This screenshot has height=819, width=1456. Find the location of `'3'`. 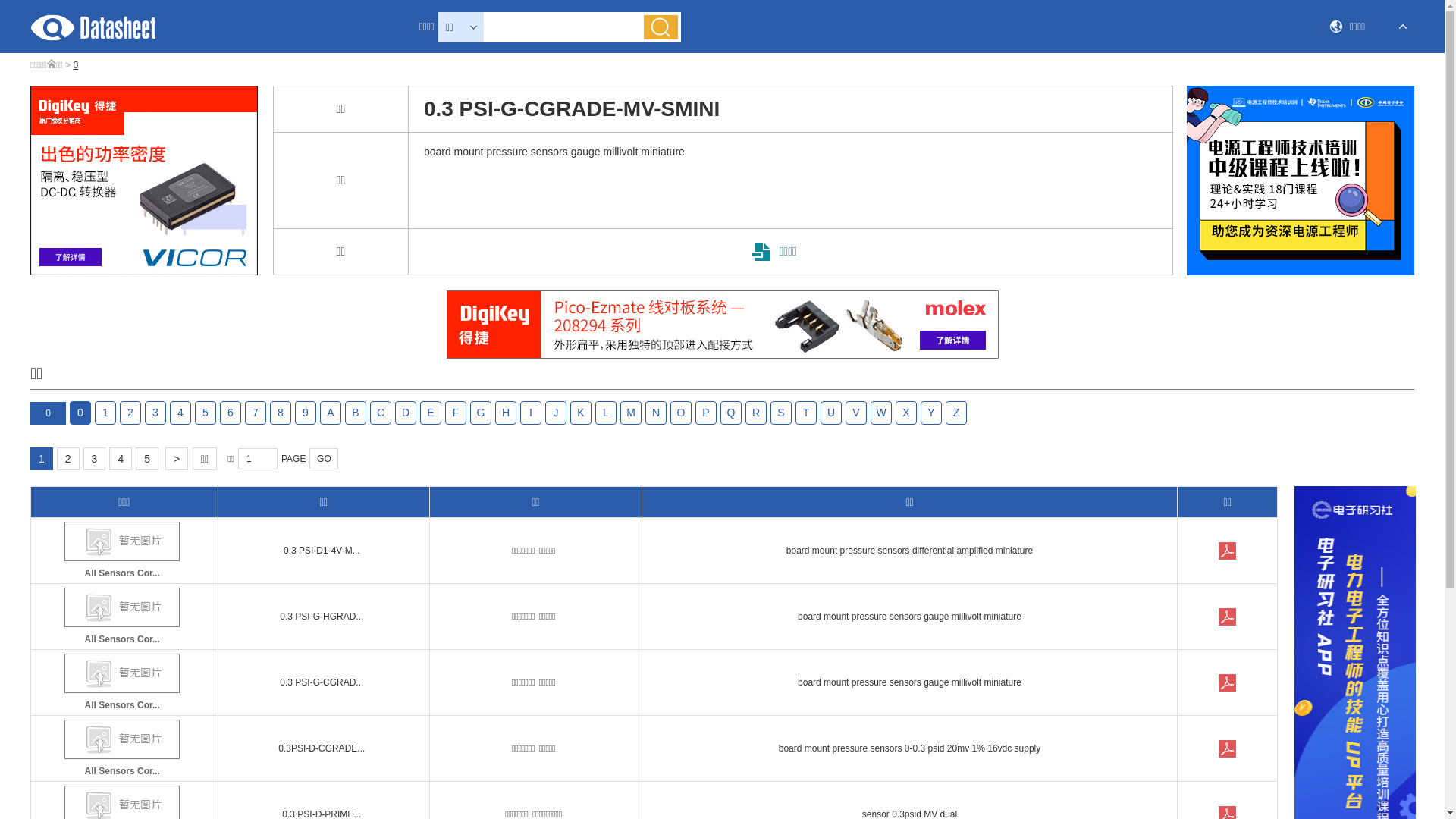

'3' is located at coordinates (83, 458).